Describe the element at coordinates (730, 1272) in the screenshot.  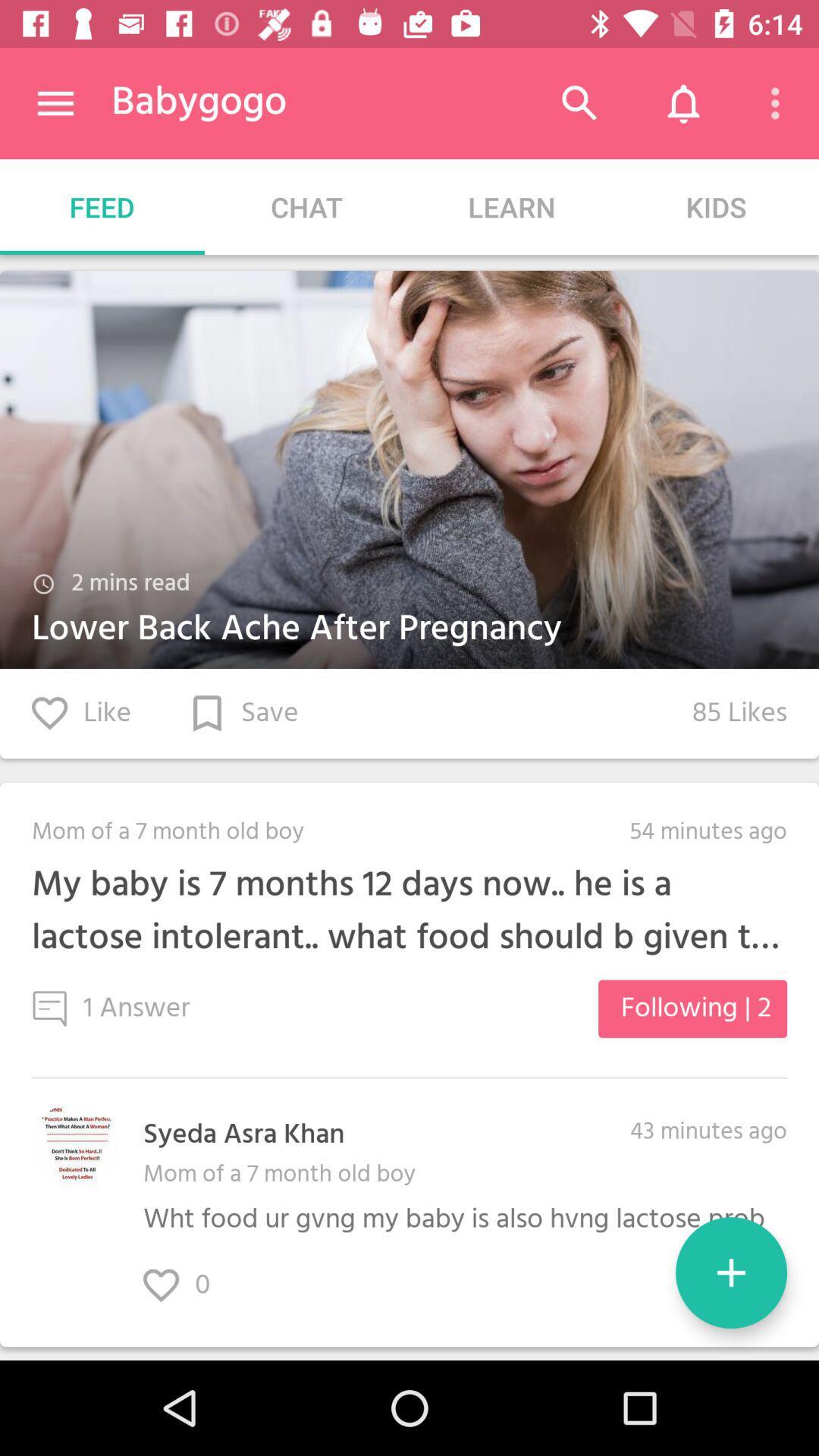
I see `item next to the 0` at that location.